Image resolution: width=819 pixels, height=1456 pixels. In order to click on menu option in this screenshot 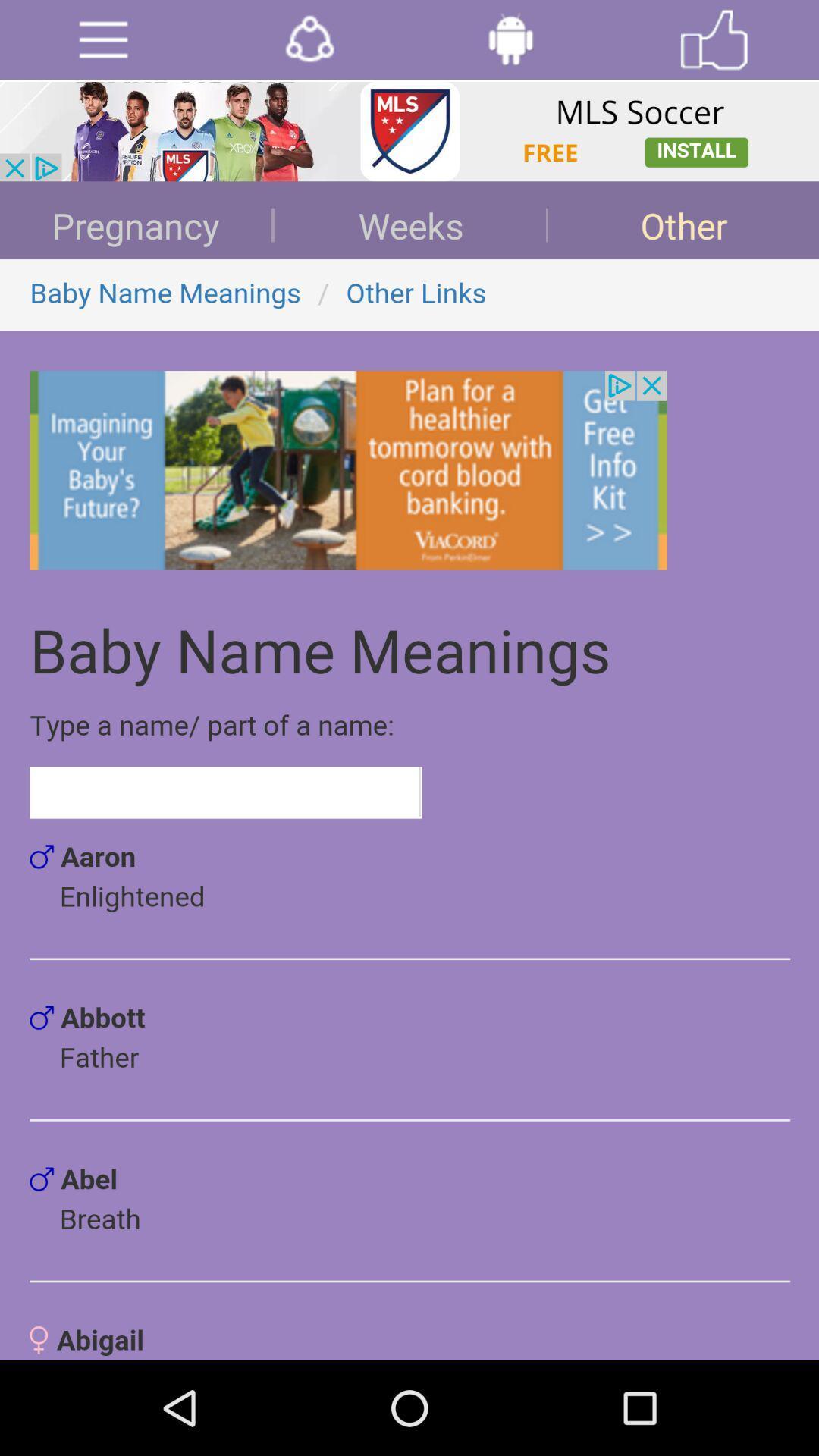, I will do `click(102, 39)`.